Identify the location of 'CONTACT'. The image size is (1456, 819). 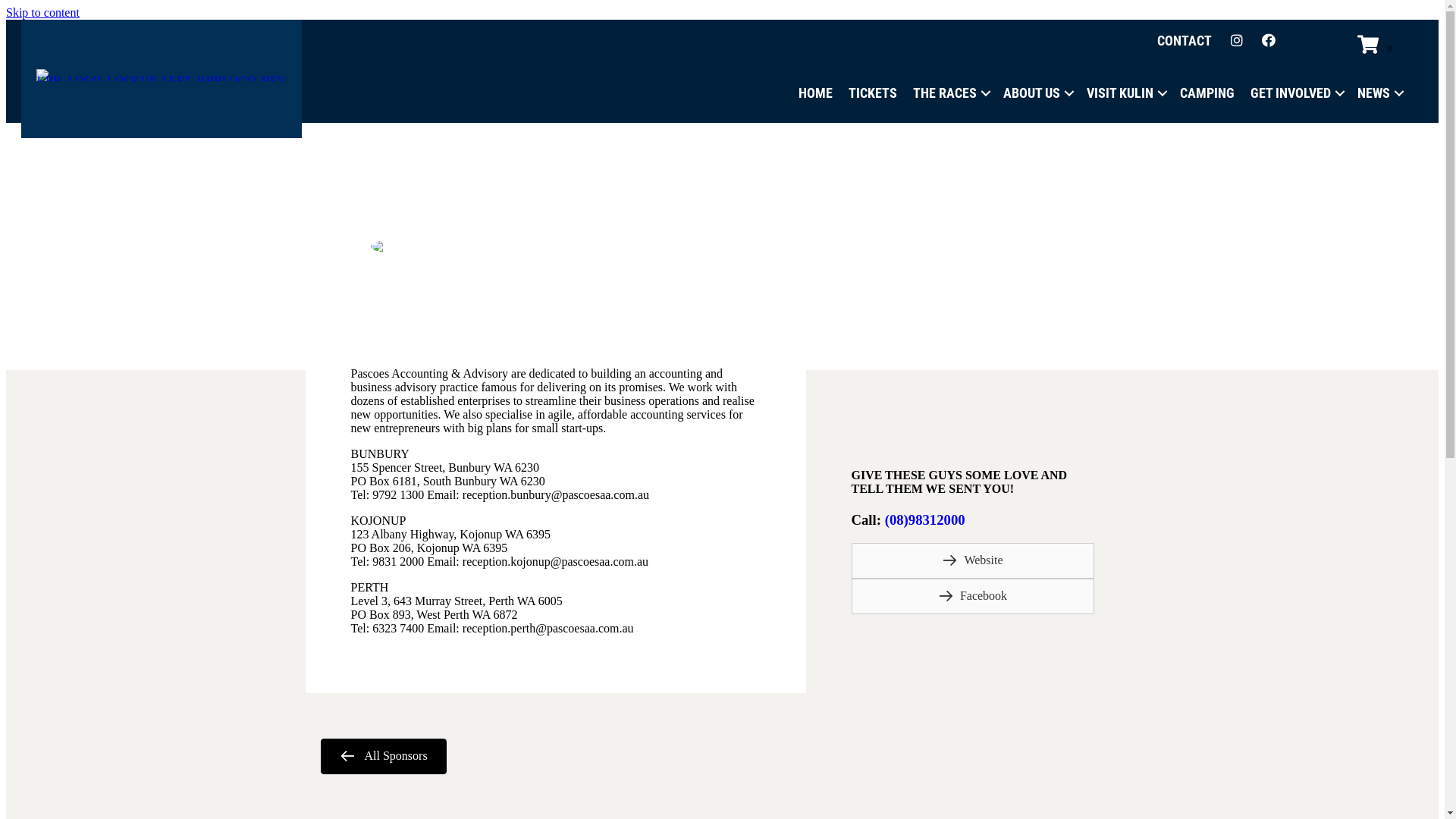
(1147, 40).